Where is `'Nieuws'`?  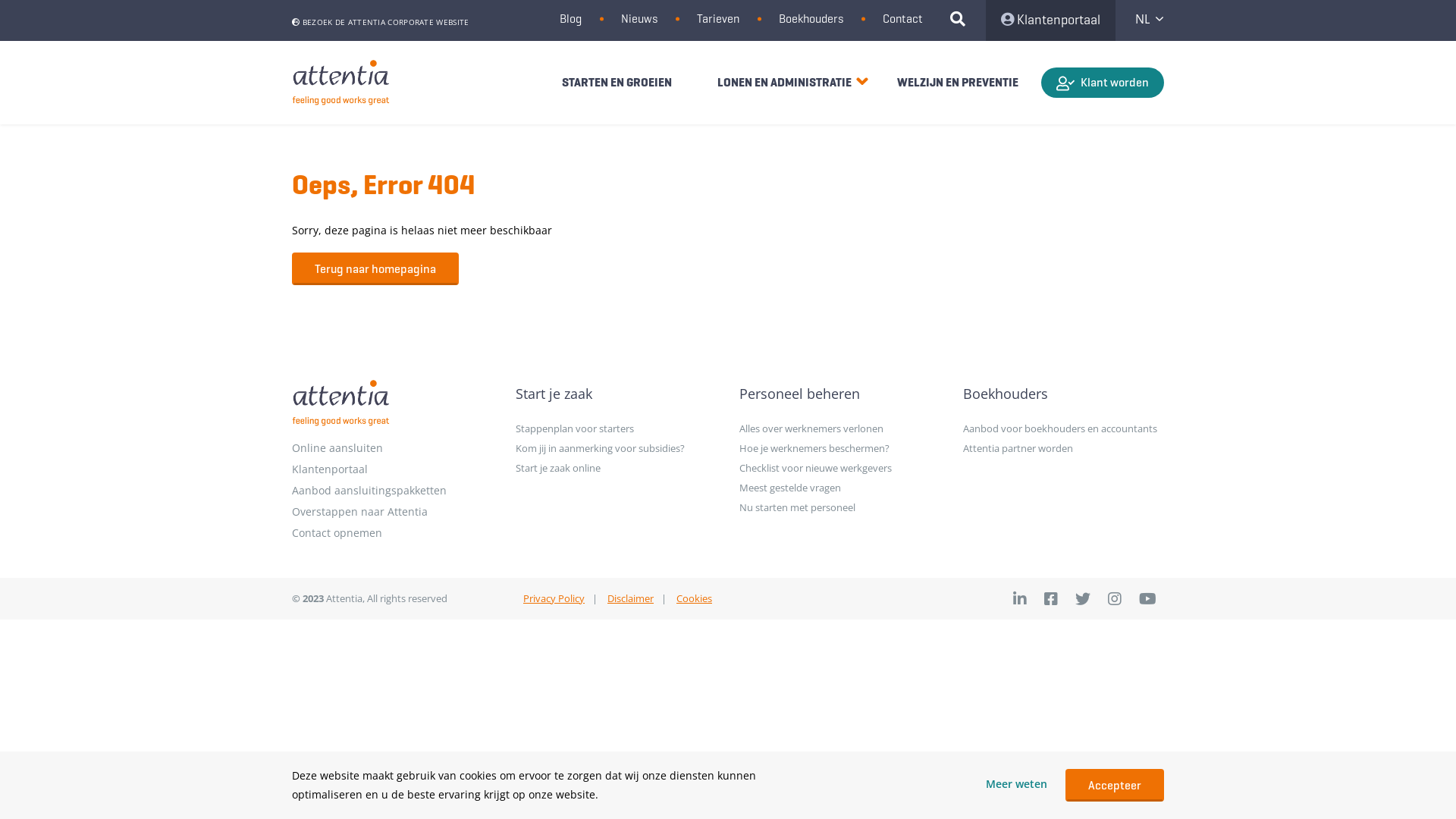
'Nieuws' is located at coordinates (639, 18).